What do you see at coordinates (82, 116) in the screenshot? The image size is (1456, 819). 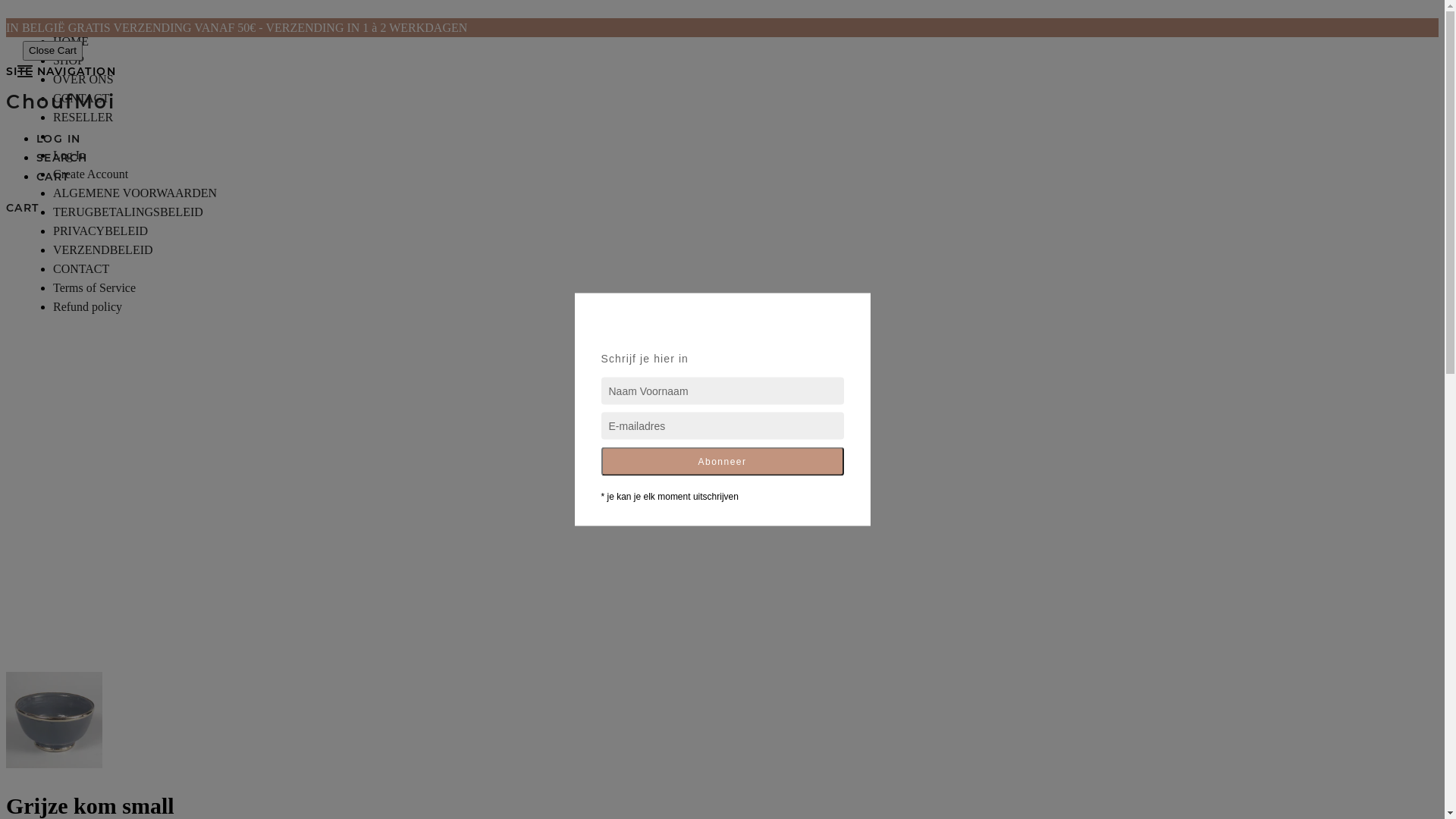 I see `'RESELLER'` at bounding box center [82, 116].